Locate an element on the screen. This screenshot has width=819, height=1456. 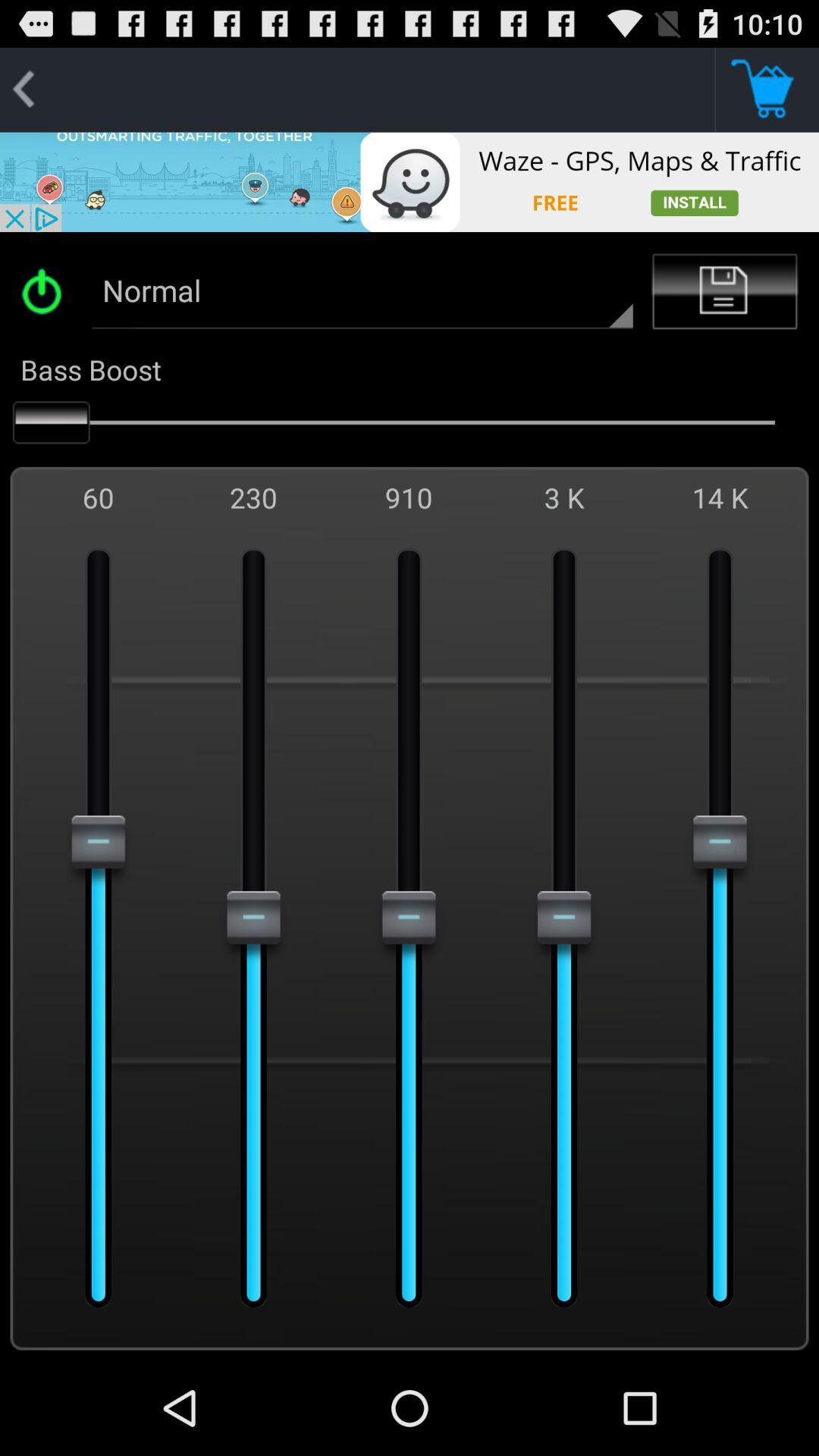
this button shop is located at coordinates (767, 89).